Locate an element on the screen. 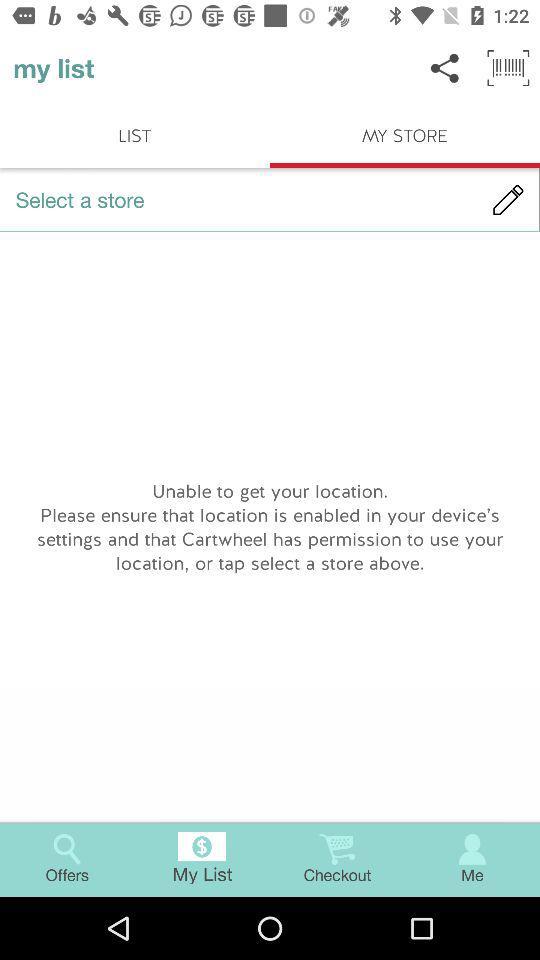 The image size is (540, 960). item next to the my list icon is located at coordinates (445, 68).